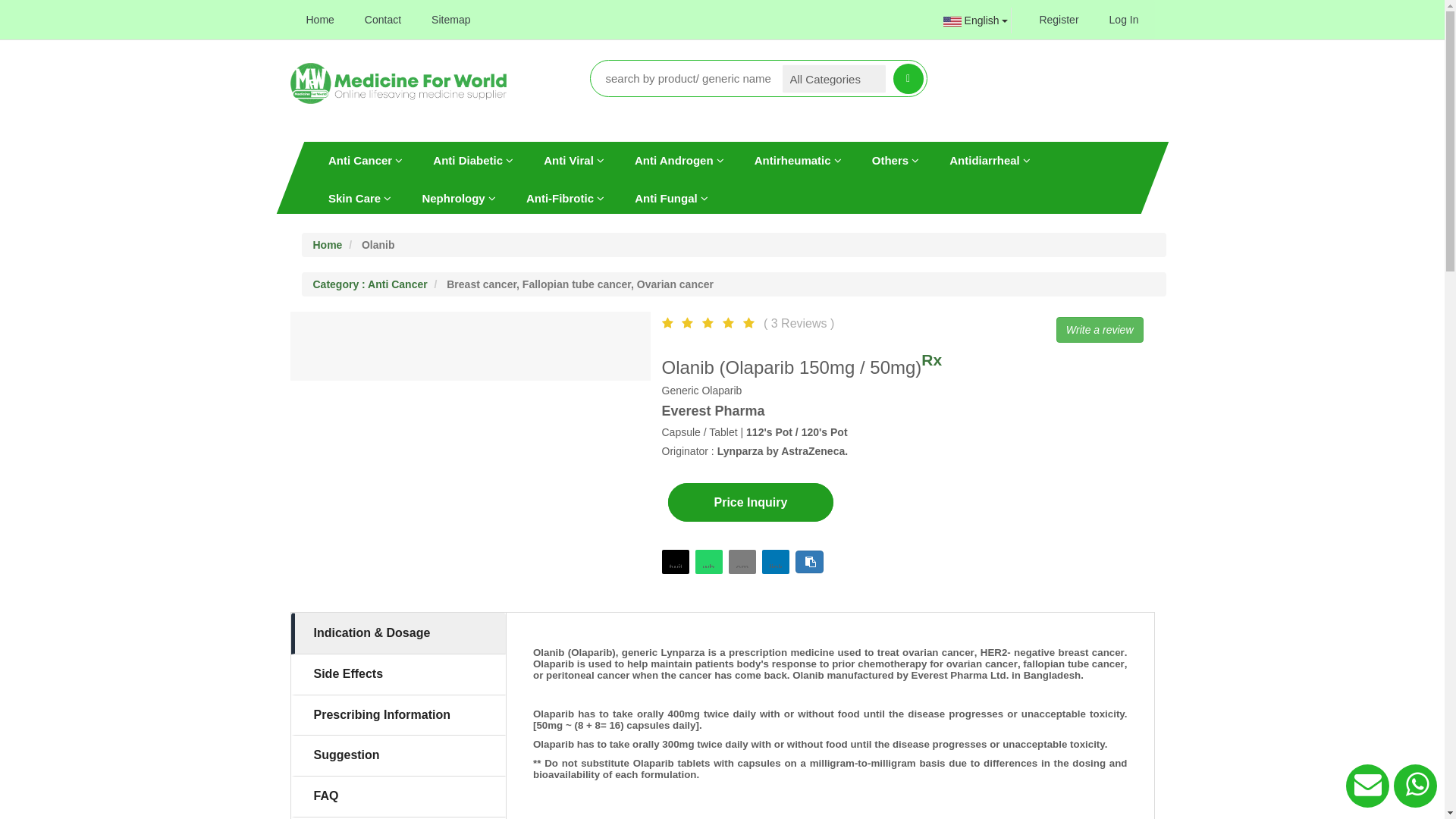 The image size is (1456, 819). I want to click on 'Anti-Fibrotic', so click(563, 197).